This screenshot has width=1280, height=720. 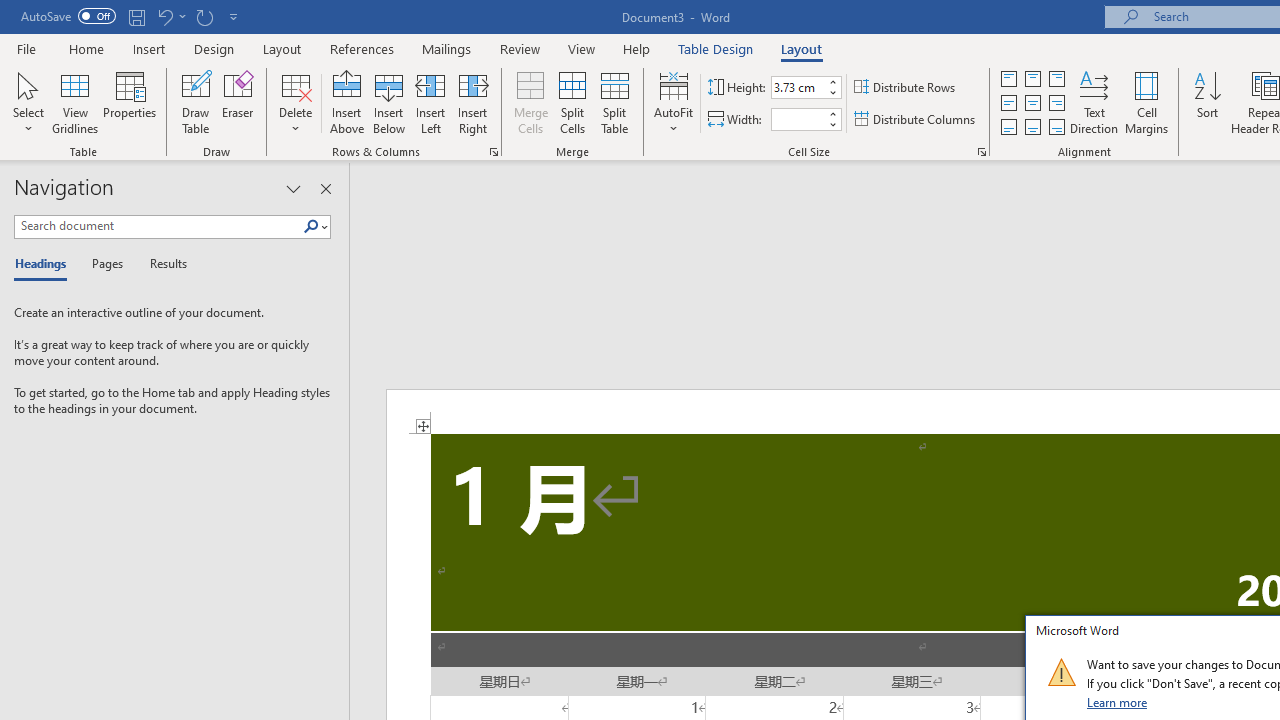 What do you see at coordinates (981, 150) in the screenshot?
I see `'Properties...'` at bounding box center [981, 150].